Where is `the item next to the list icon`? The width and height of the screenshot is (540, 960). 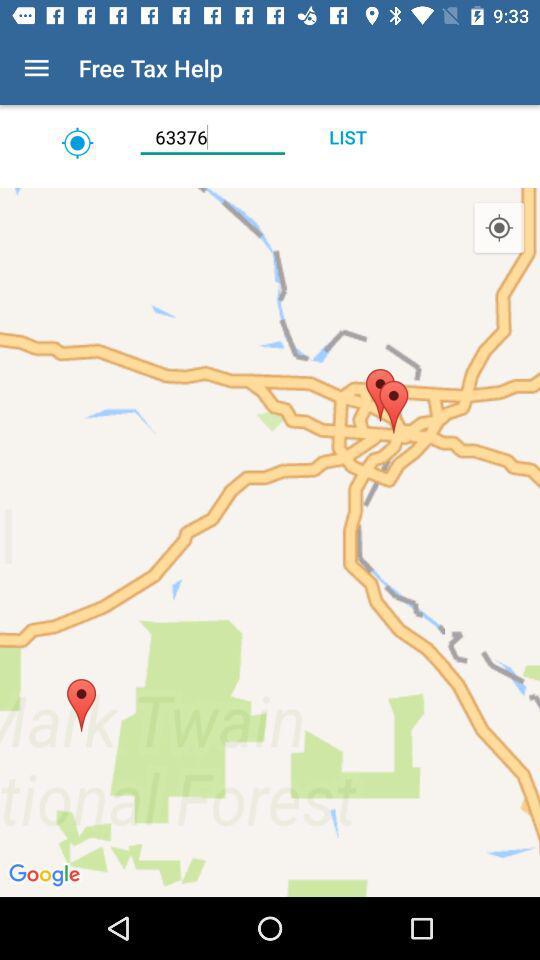 the item next to the list icon is located at coordinates (211, 136).